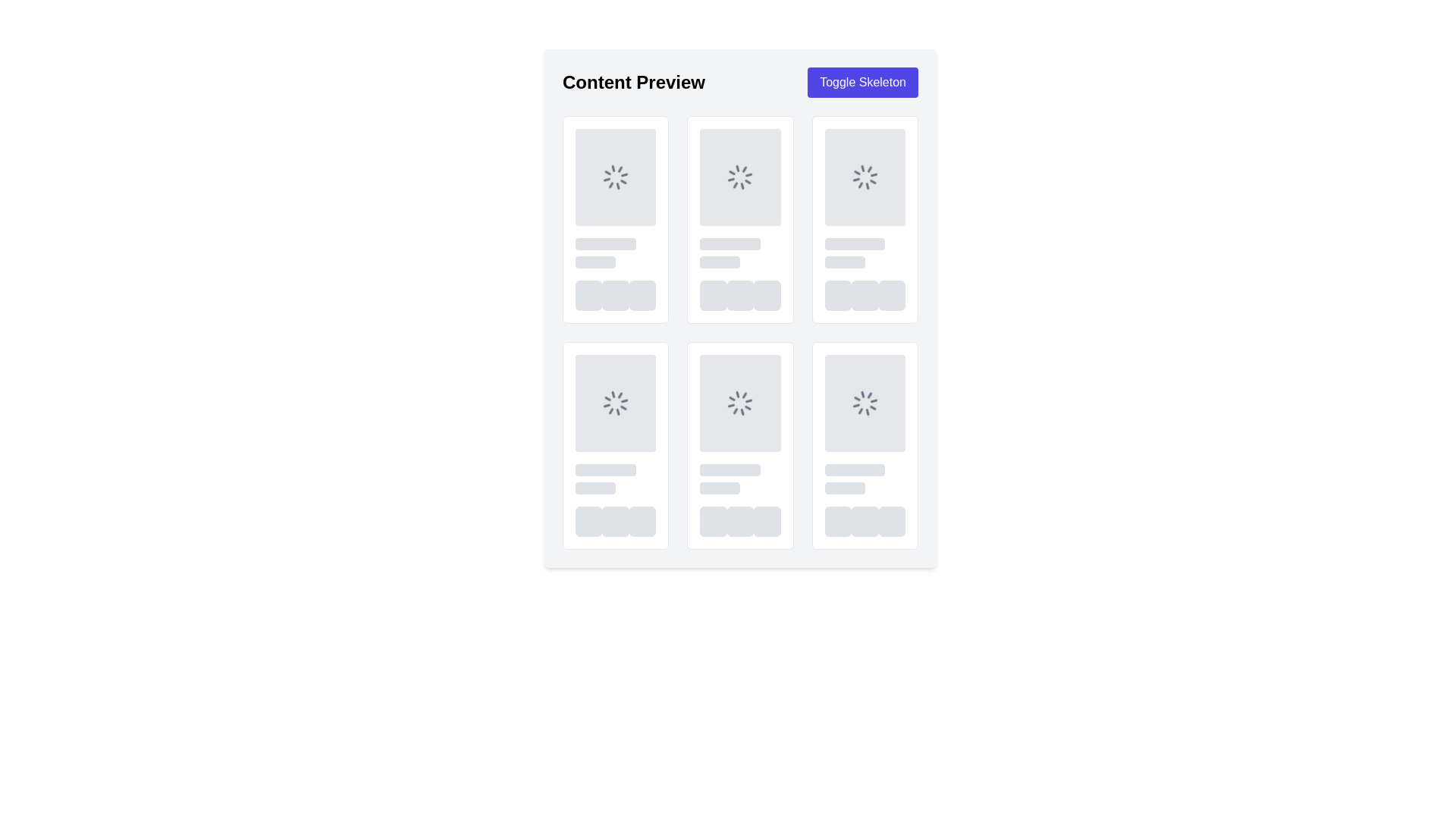 This screenshot has height=819, width=1456. Describe the element at coordinates (642, 520) in the screenshot. I see `the animation of the third loading indicator button with a rounded border and light gray color, located at the bottom of the sixth card in the grid layout` at that location.